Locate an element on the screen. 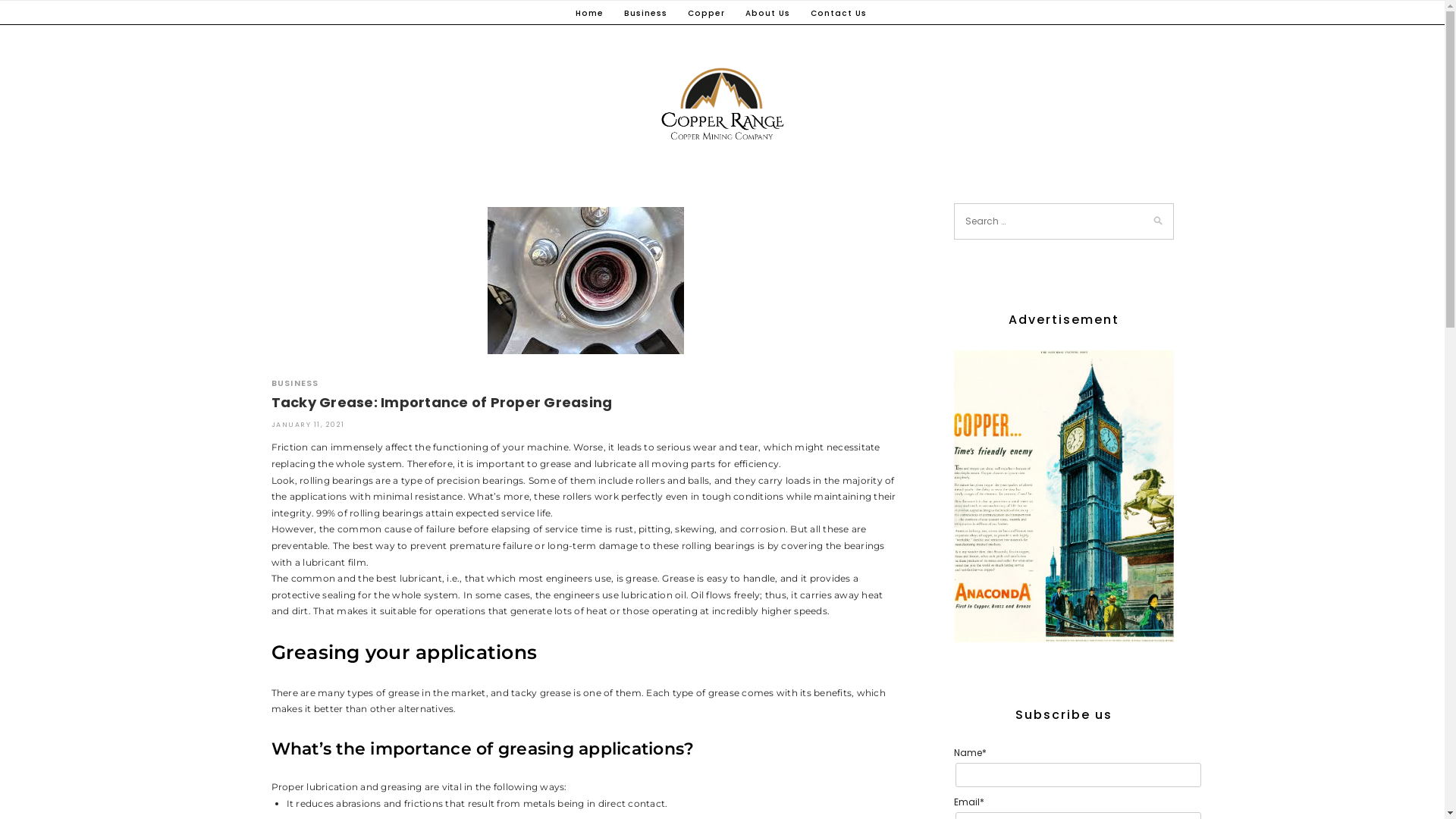  'BUSINESS' is located at coordinates (295, 382).